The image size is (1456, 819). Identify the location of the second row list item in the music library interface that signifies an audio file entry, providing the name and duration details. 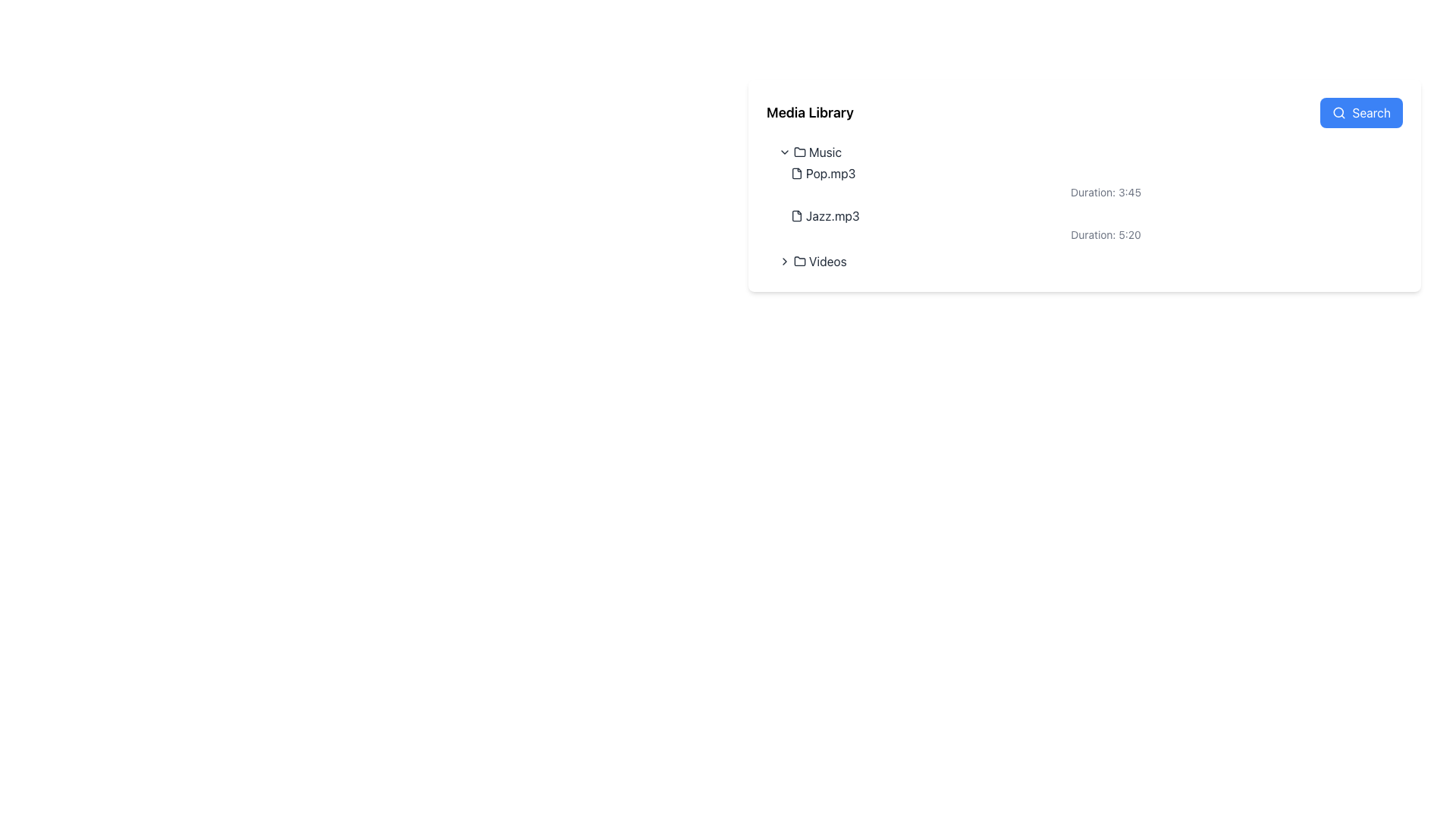
(1090, 225).